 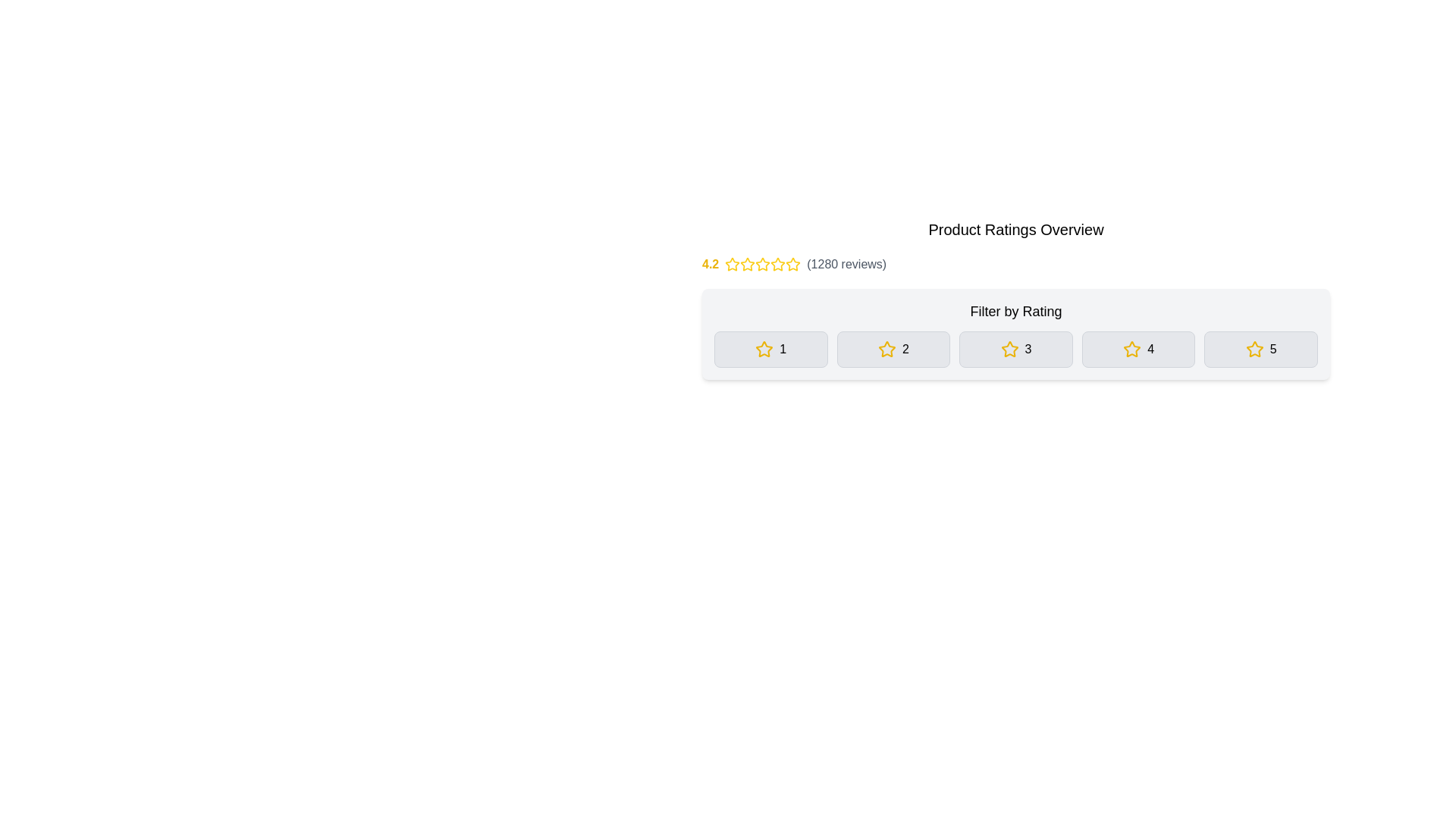 I want to click on the 3-star rating button in the 'Filter by Rating' section, which has a bordered square layout with a yellow star icon beside the text '3', so click(x=1015, y=350).